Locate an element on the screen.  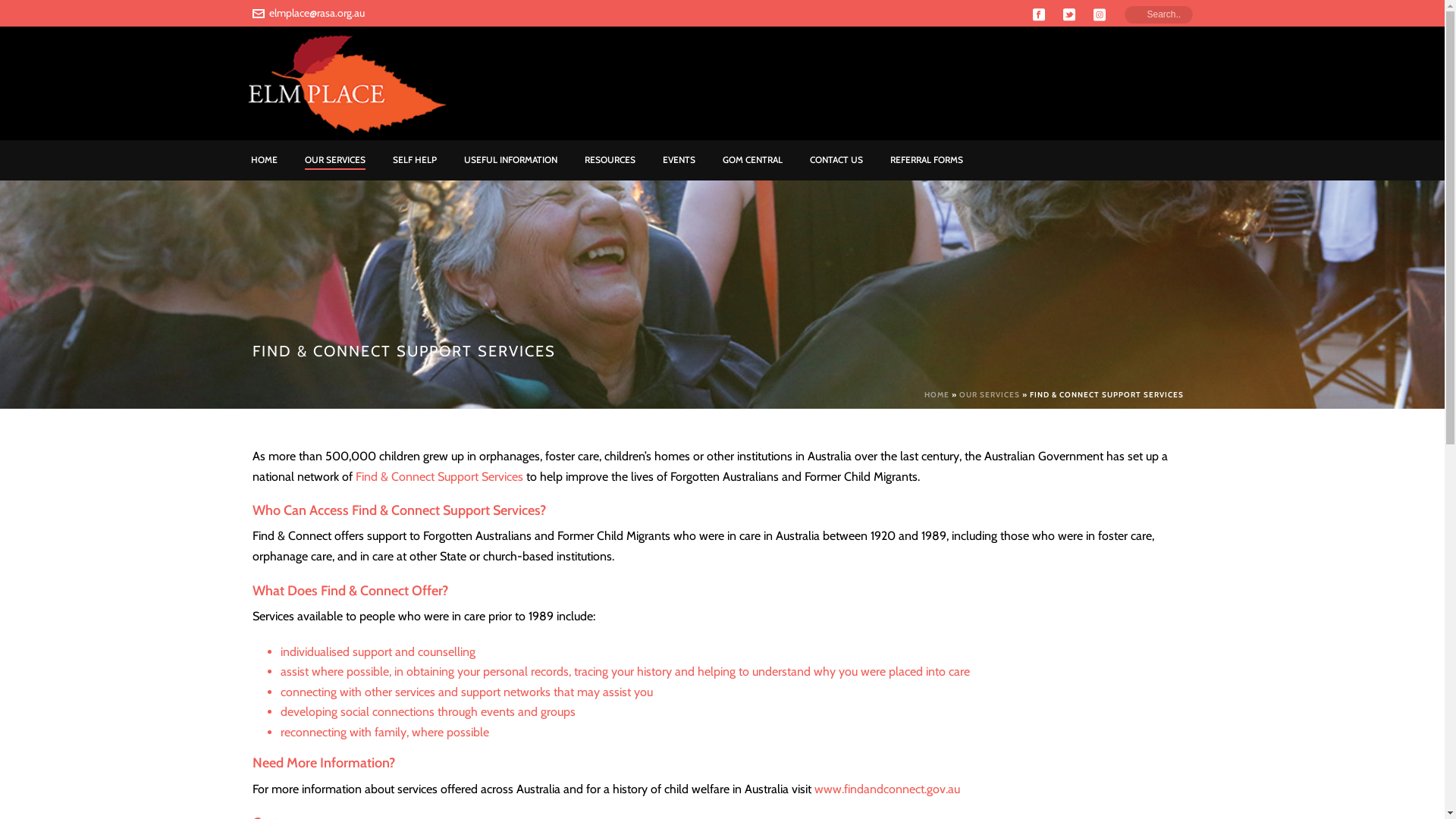
'Find & Connect Support Services' is located at coordinates (438, 475).